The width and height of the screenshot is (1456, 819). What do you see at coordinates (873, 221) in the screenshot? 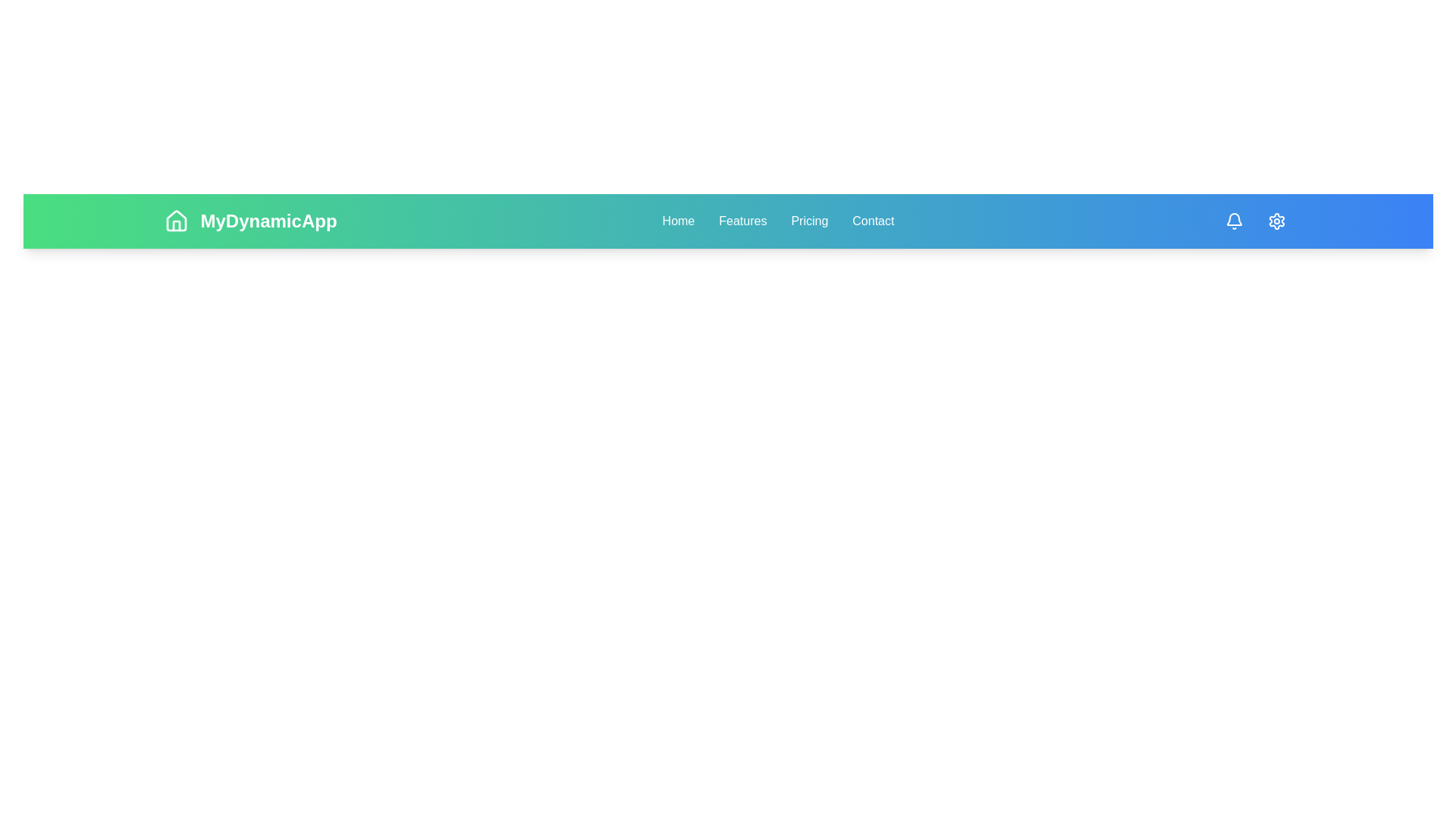
I see `the Contact navigation link to navigate to the respective section` at bounding box center [873, 221].